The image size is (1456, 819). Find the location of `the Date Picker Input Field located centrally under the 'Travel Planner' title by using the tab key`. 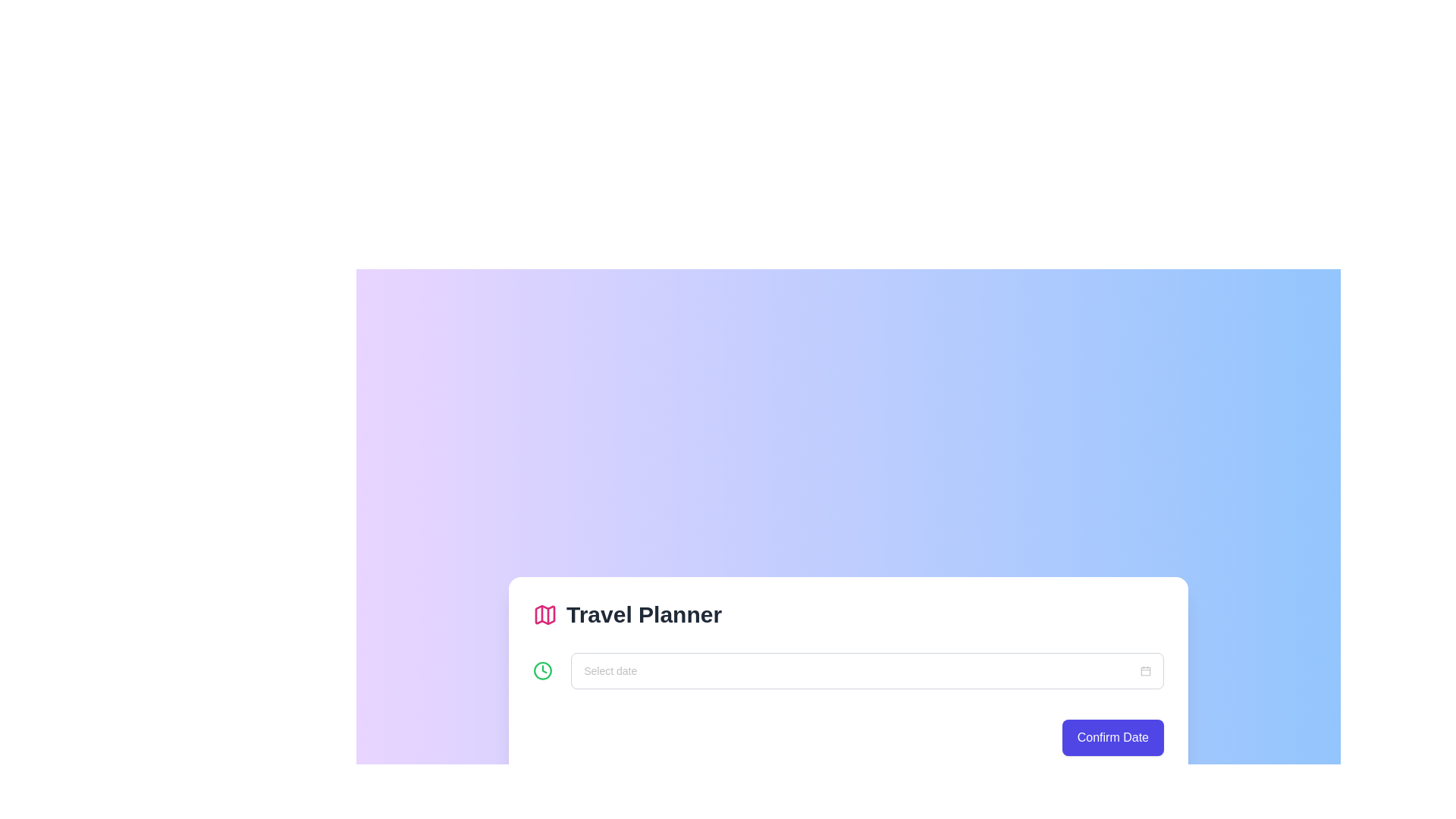

the Date Picker Input Field located centrally under the 'Travel Planner' title by using the tab key is located at coordinates (868, 670).